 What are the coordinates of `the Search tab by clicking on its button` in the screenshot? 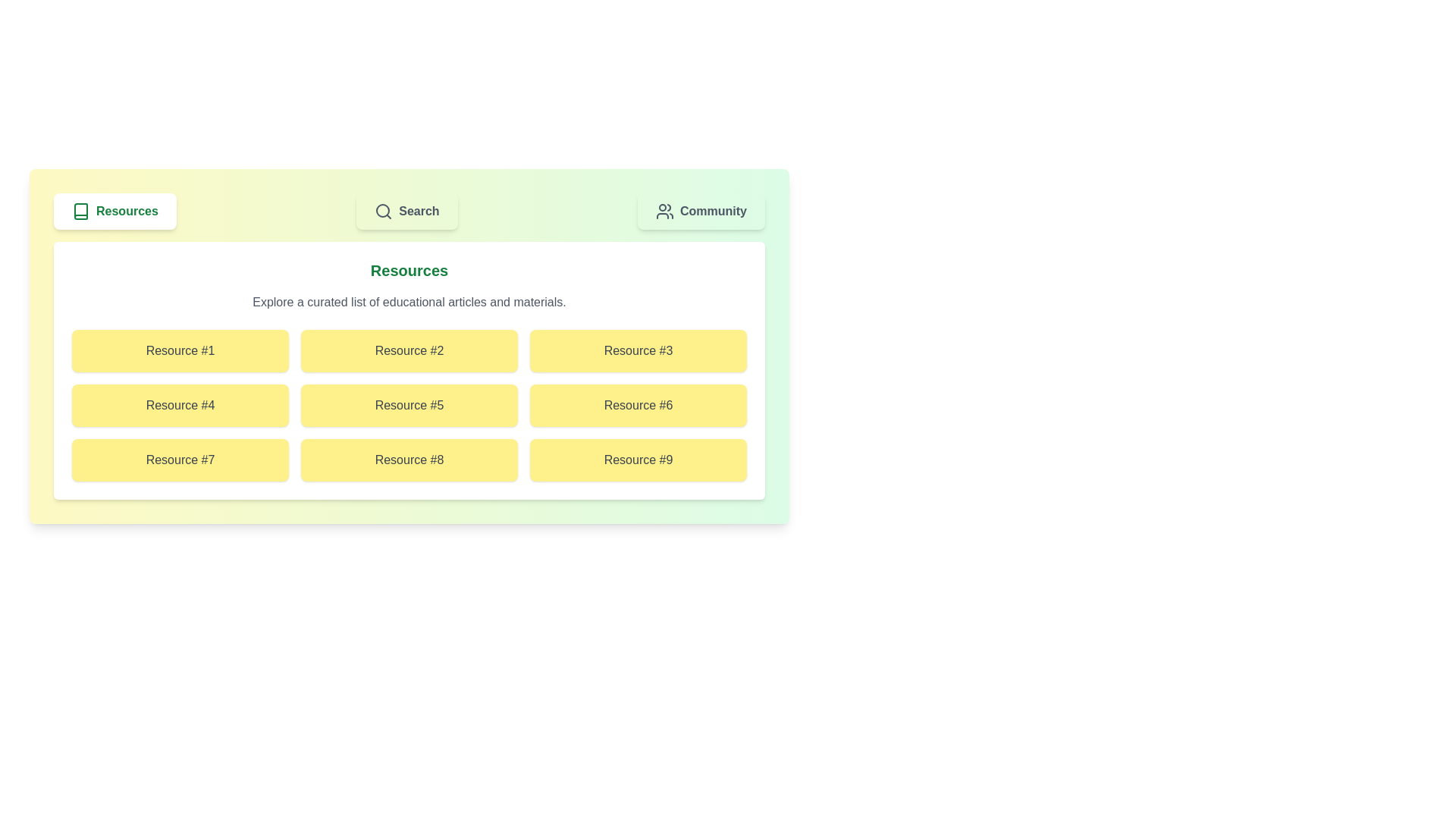 It's located at (407, 211).